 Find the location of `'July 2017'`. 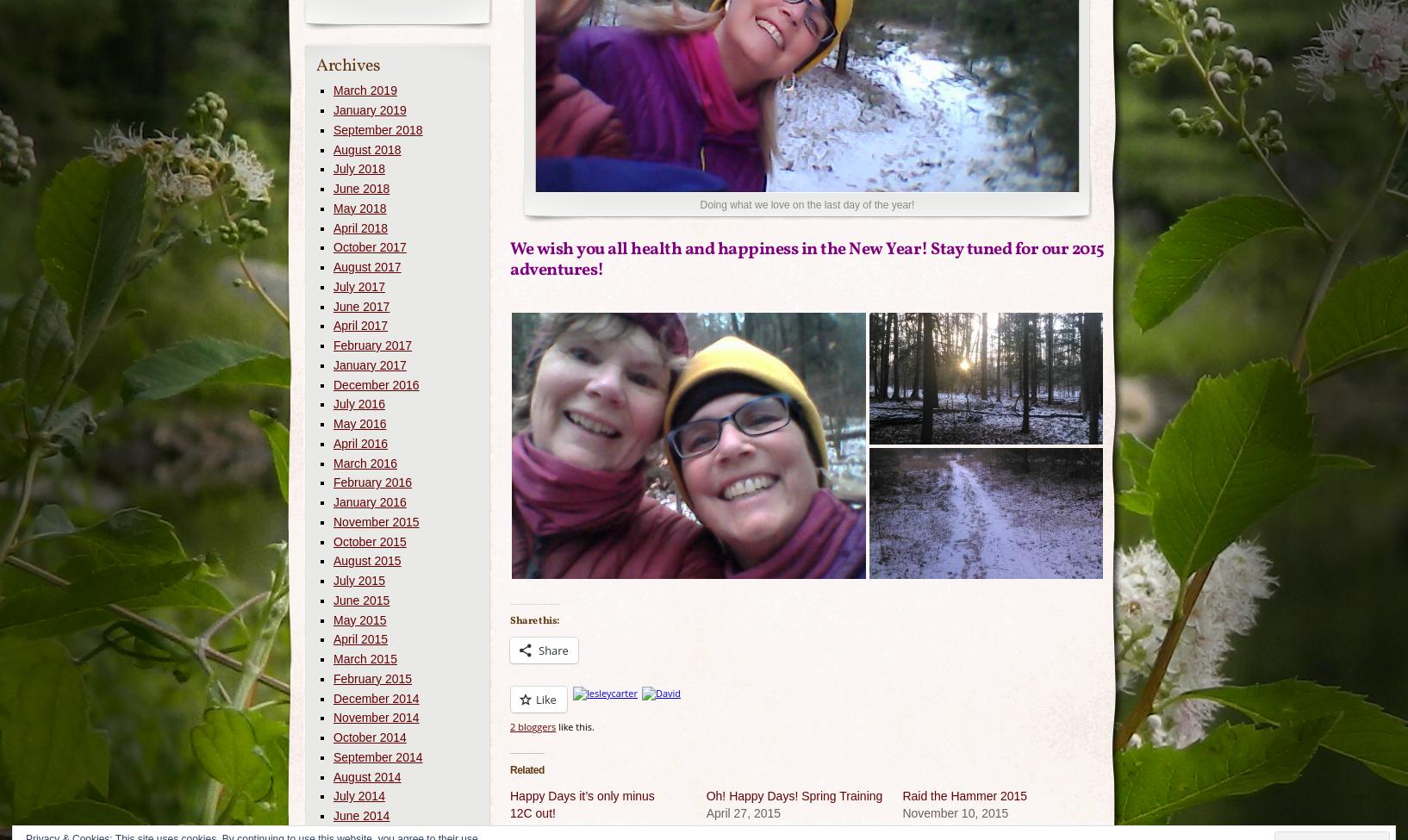

'July 2017' is located at coordinates (358, 284).